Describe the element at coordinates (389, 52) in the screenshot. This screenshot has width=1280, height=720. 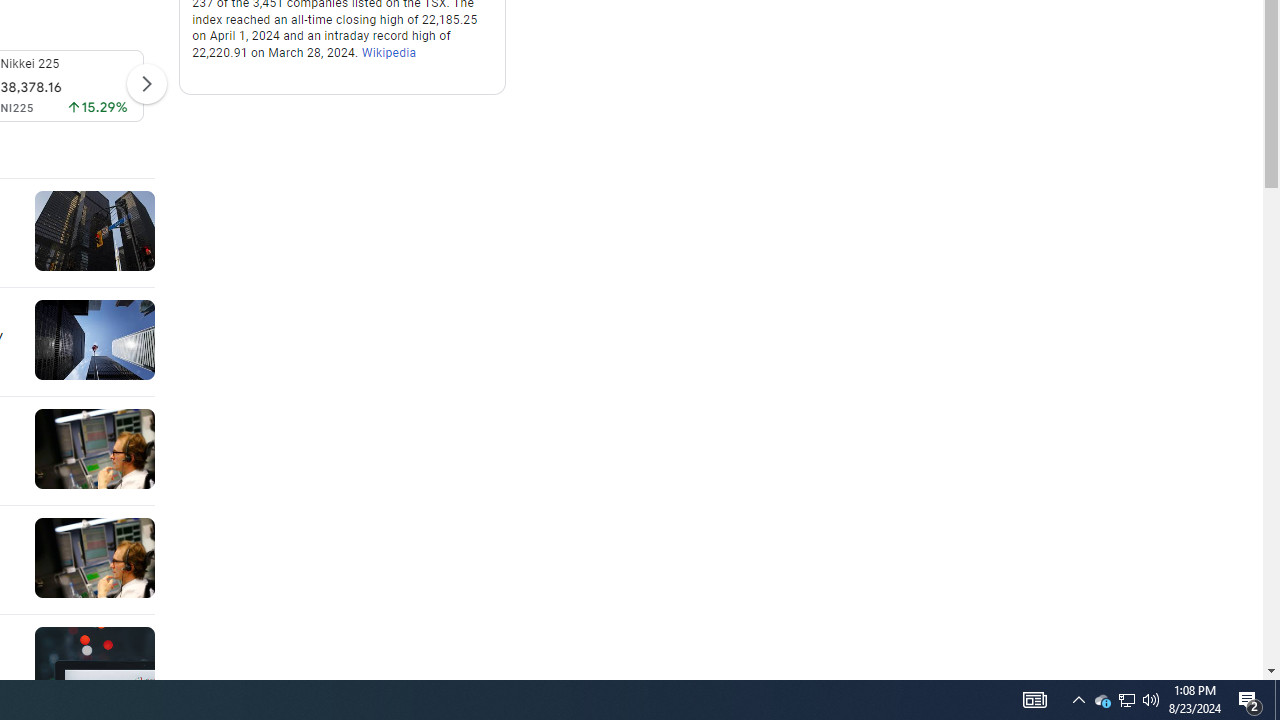
I see `'Wikipedia'` at that location.